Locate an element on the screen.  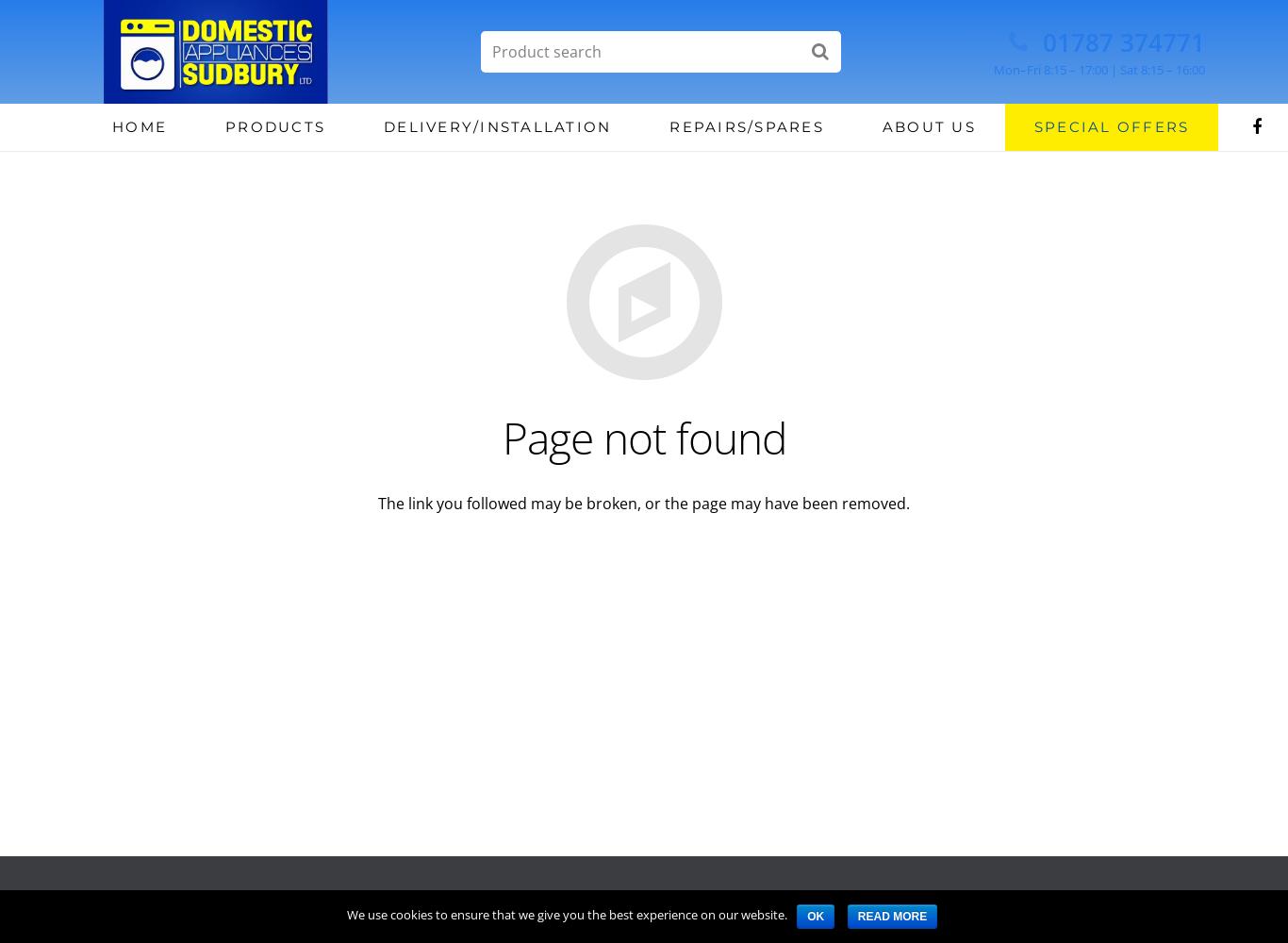
'We use cookies to ensure that we give you the best experience on our website.' is located at coordinates (566, 914).